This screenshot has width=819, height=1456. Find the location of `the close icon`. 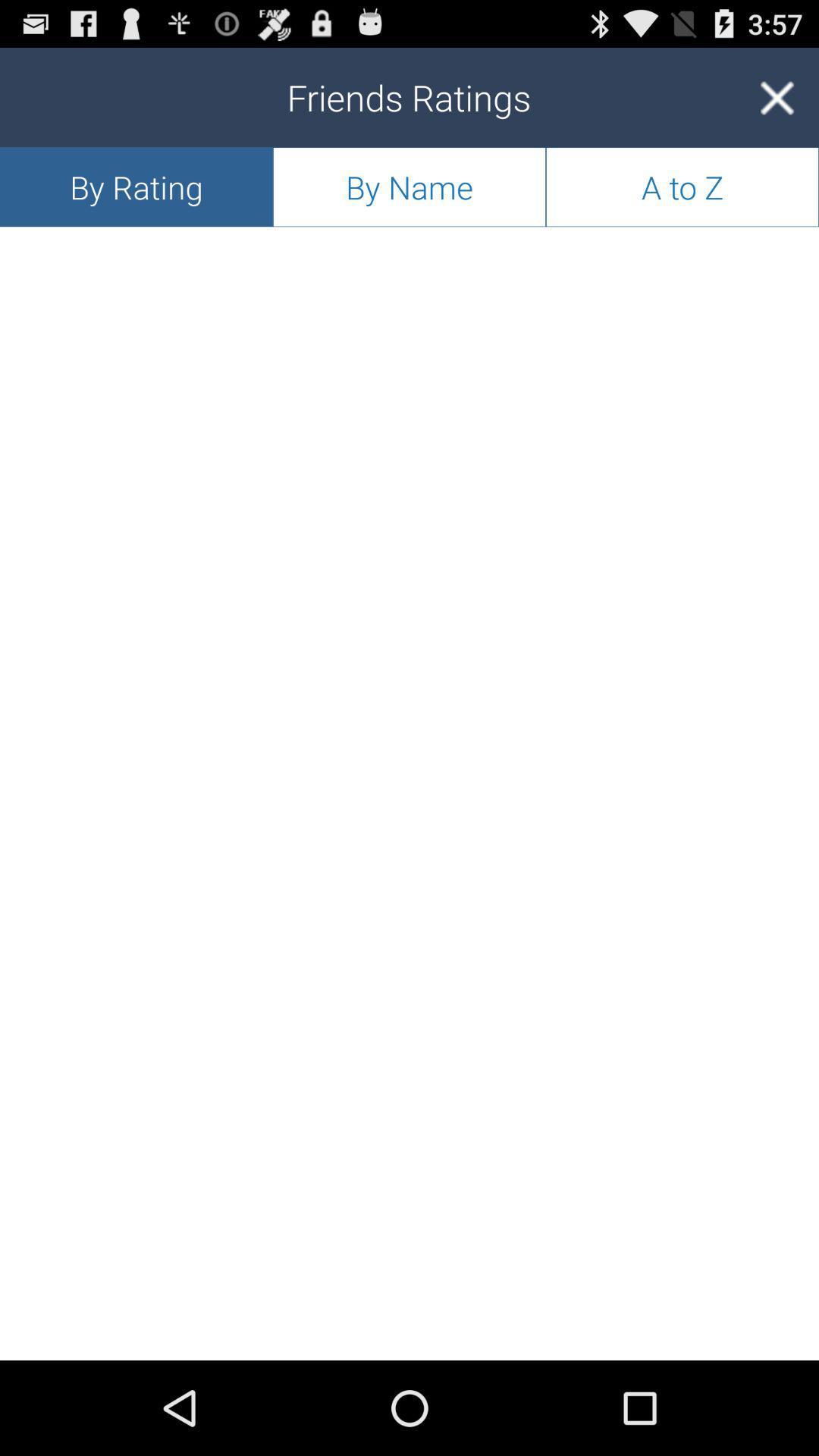

the close icon is located at coordinates (777, 103).